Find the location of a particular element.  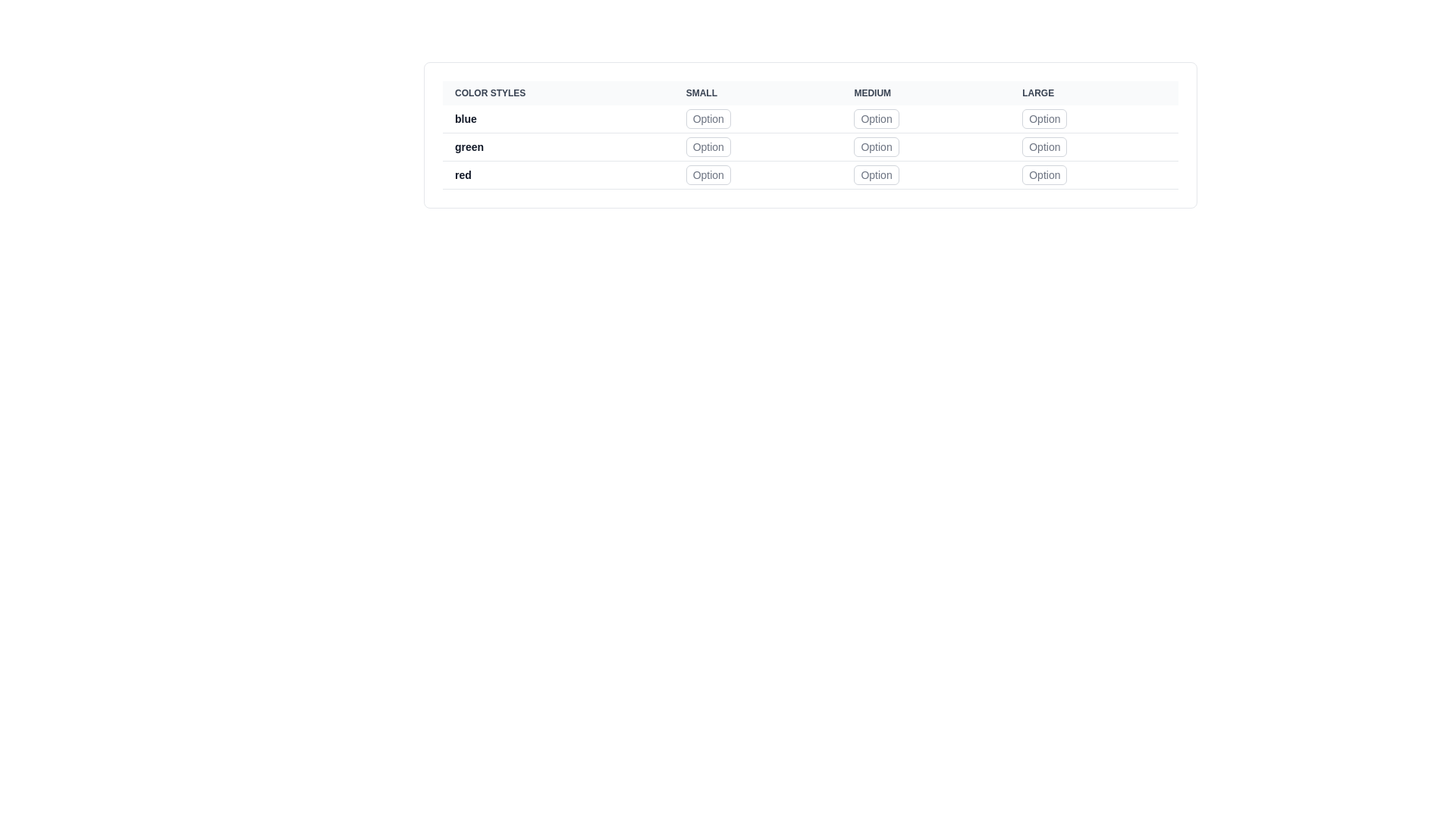

the button-like UI component in the 'SMALL' column of the 'blue' row in the table is located at coordinates (758, 118).